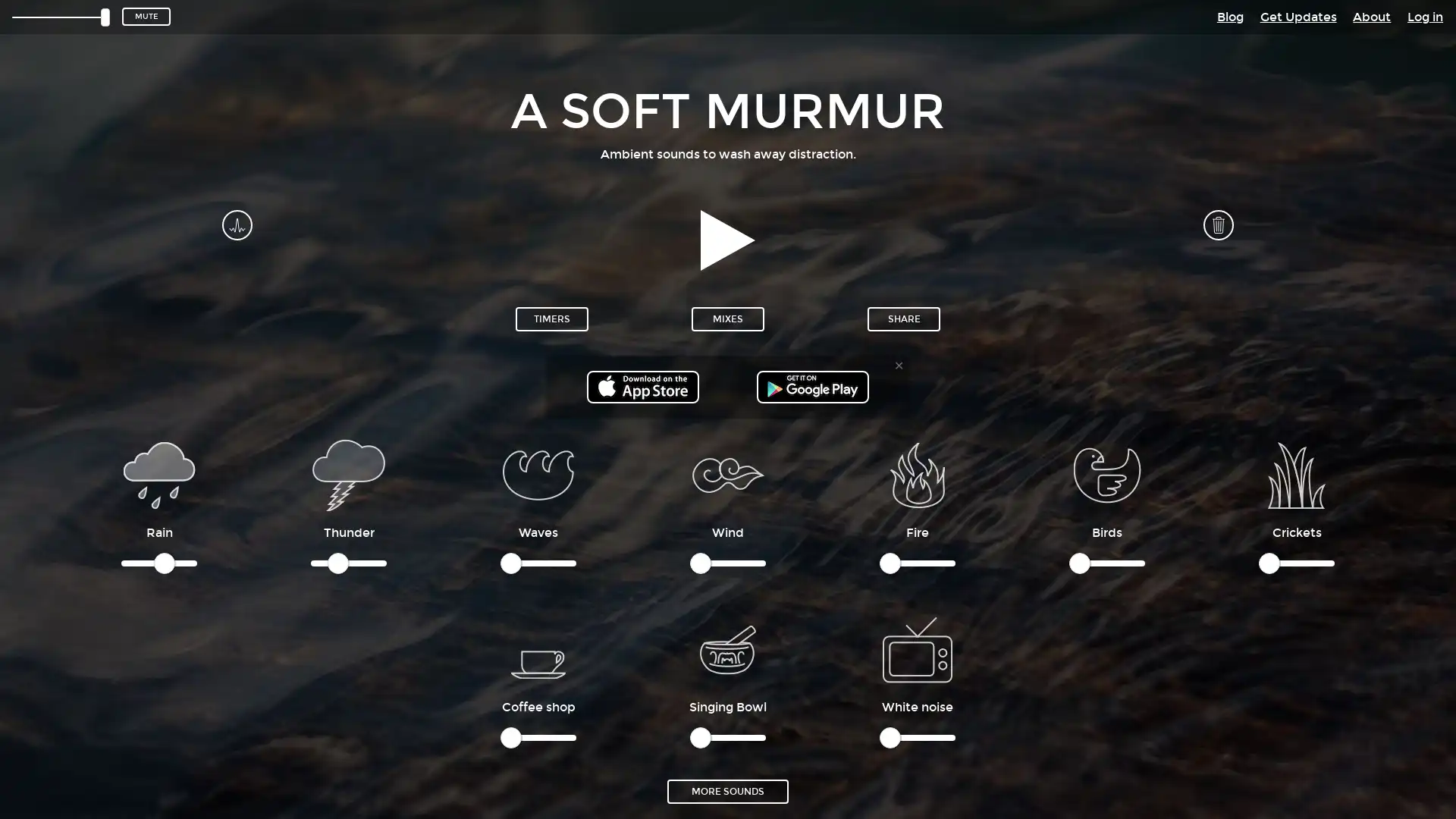 The height and width of the screenshot is (819, 1456). What do you see at coordinates (916, 648) in the screenshot?
I see `Loading icon` at bounding box center [916, 648].